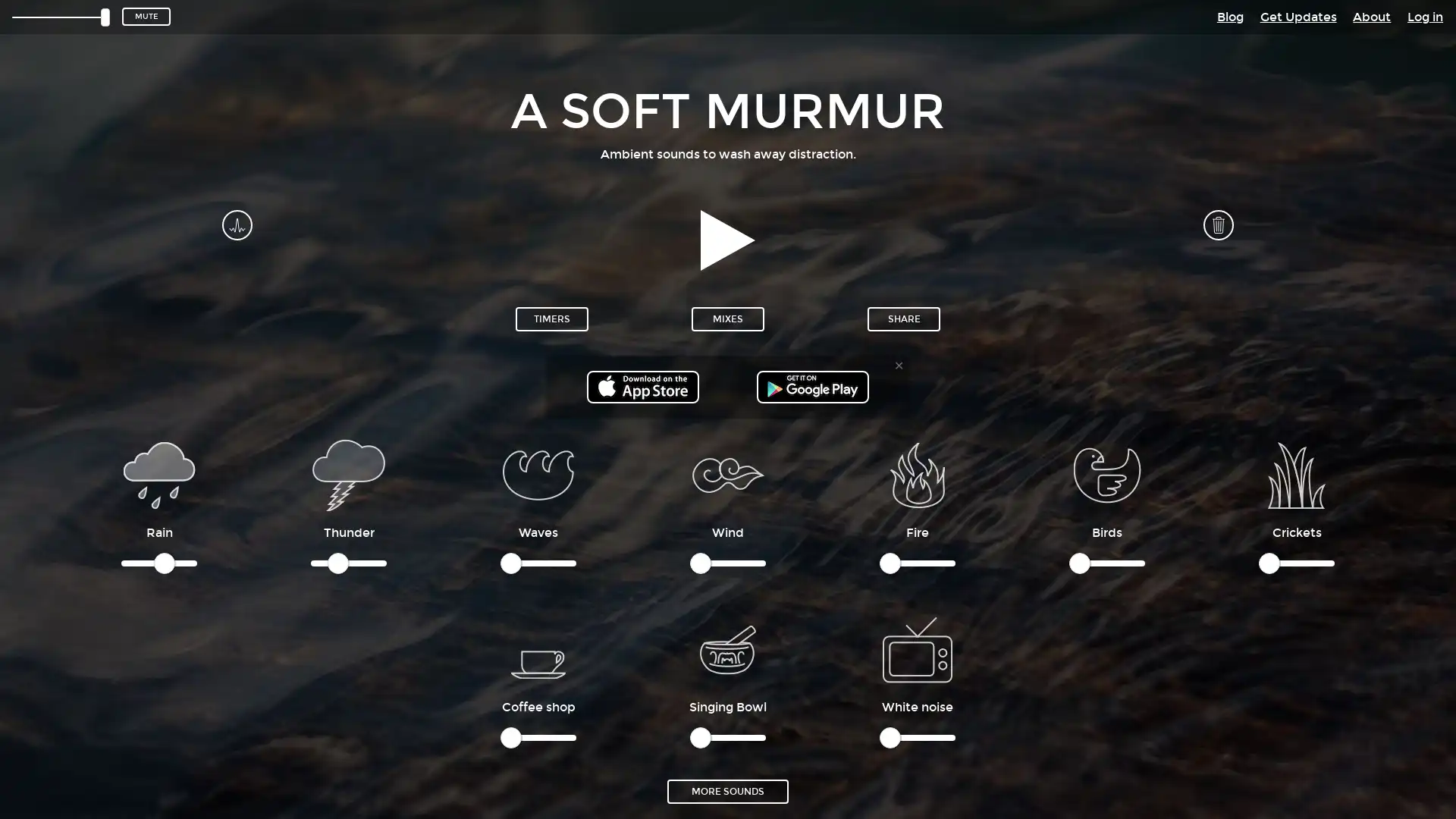 The height and width of the screenshot is (819, 1456). What do you see at coordinates (916, 648) in the screenshot?
I see `Loading icon` at bounding box center [916, 648].